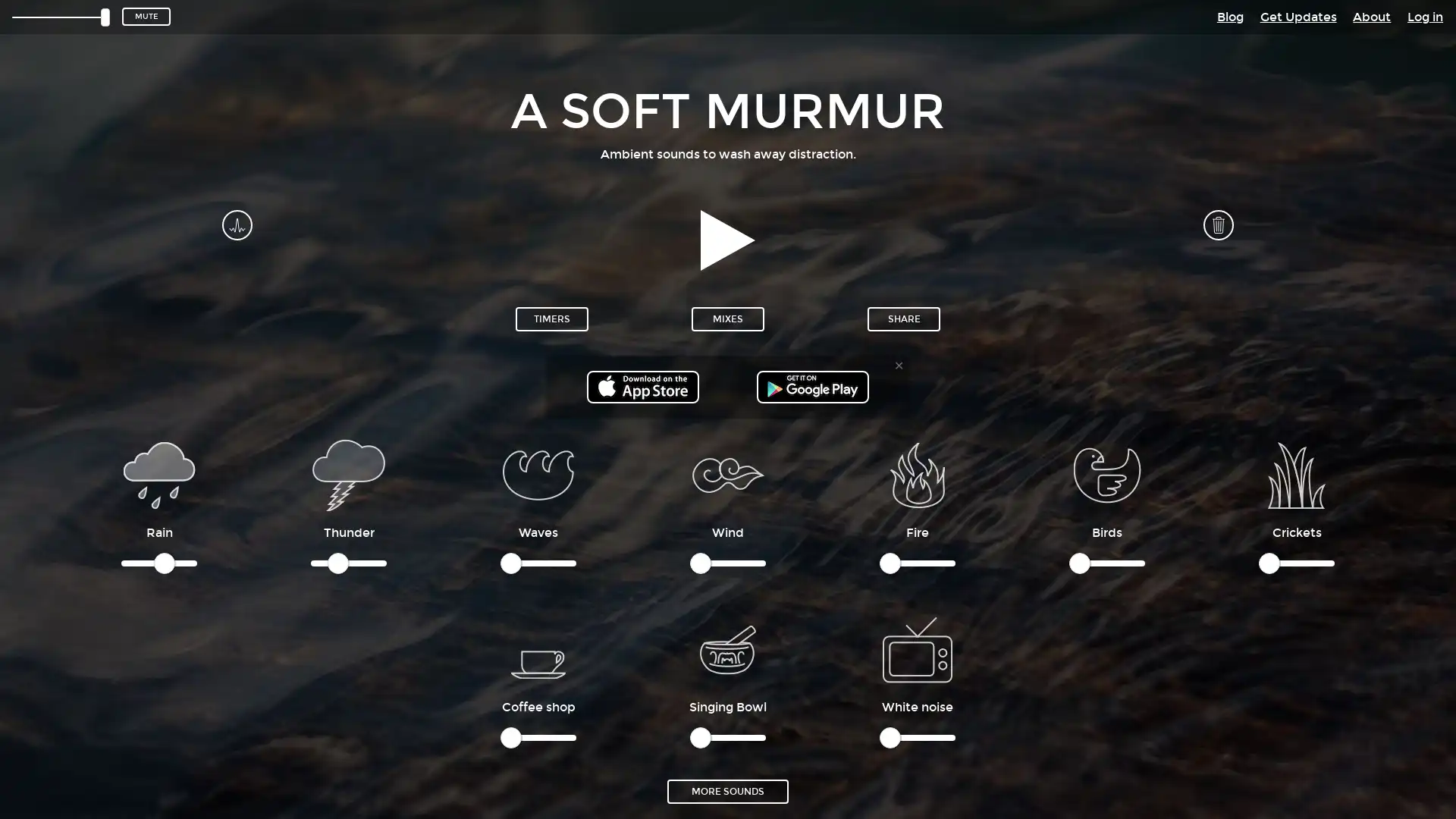 The height and width of the screenshot is (819, 1456). What do you see at coordinates (916, 648) in the screenshot?
I see `Loading icon` at bounding box center [916, 648].